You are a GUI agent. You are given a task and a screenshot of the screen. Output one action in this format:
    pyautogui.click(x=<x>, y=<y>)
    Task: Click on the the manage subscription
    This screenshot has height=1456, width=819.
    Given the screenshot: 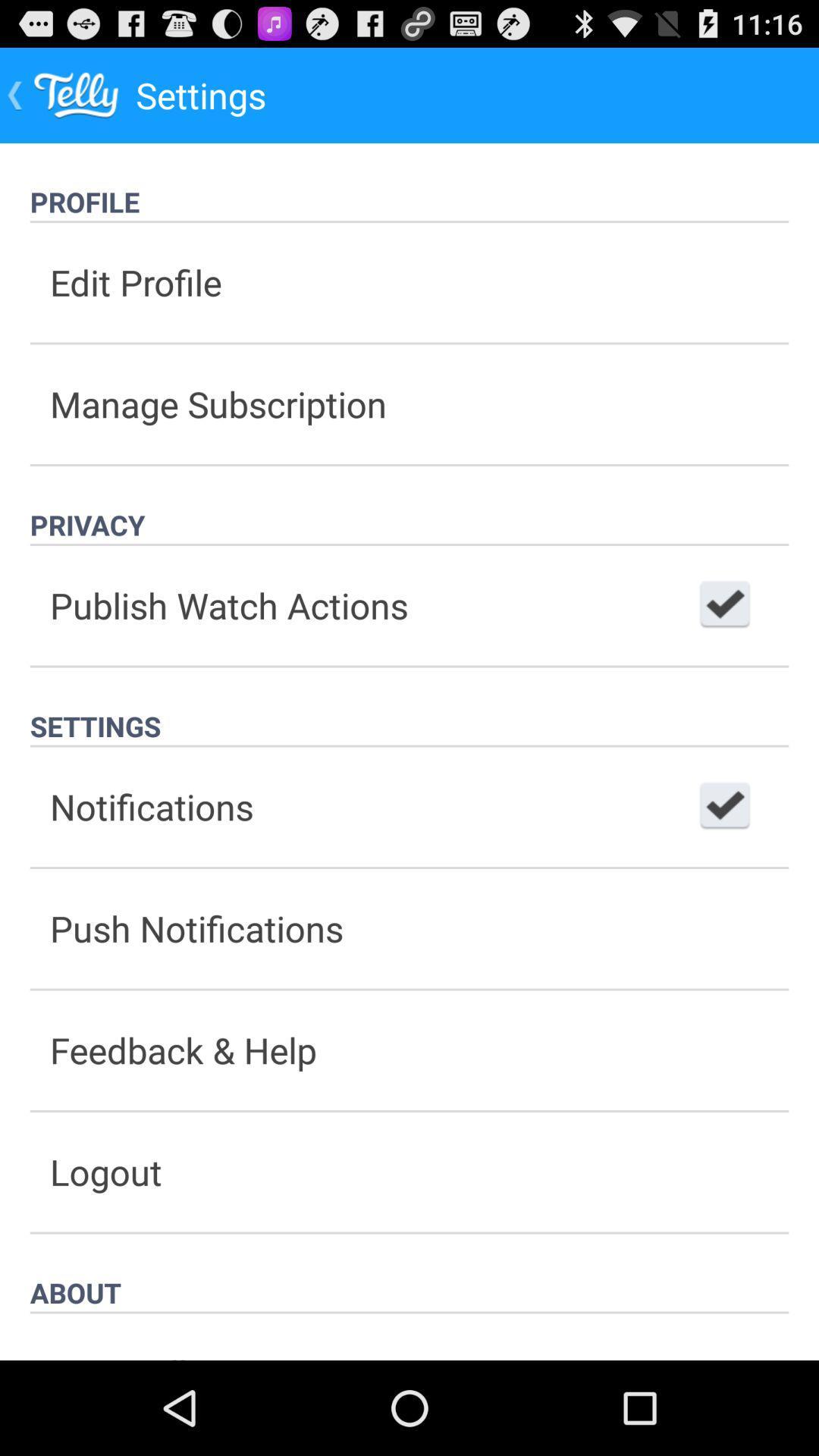 What is the action you would take?
    pyautogui.click(x=409, y=404)
    